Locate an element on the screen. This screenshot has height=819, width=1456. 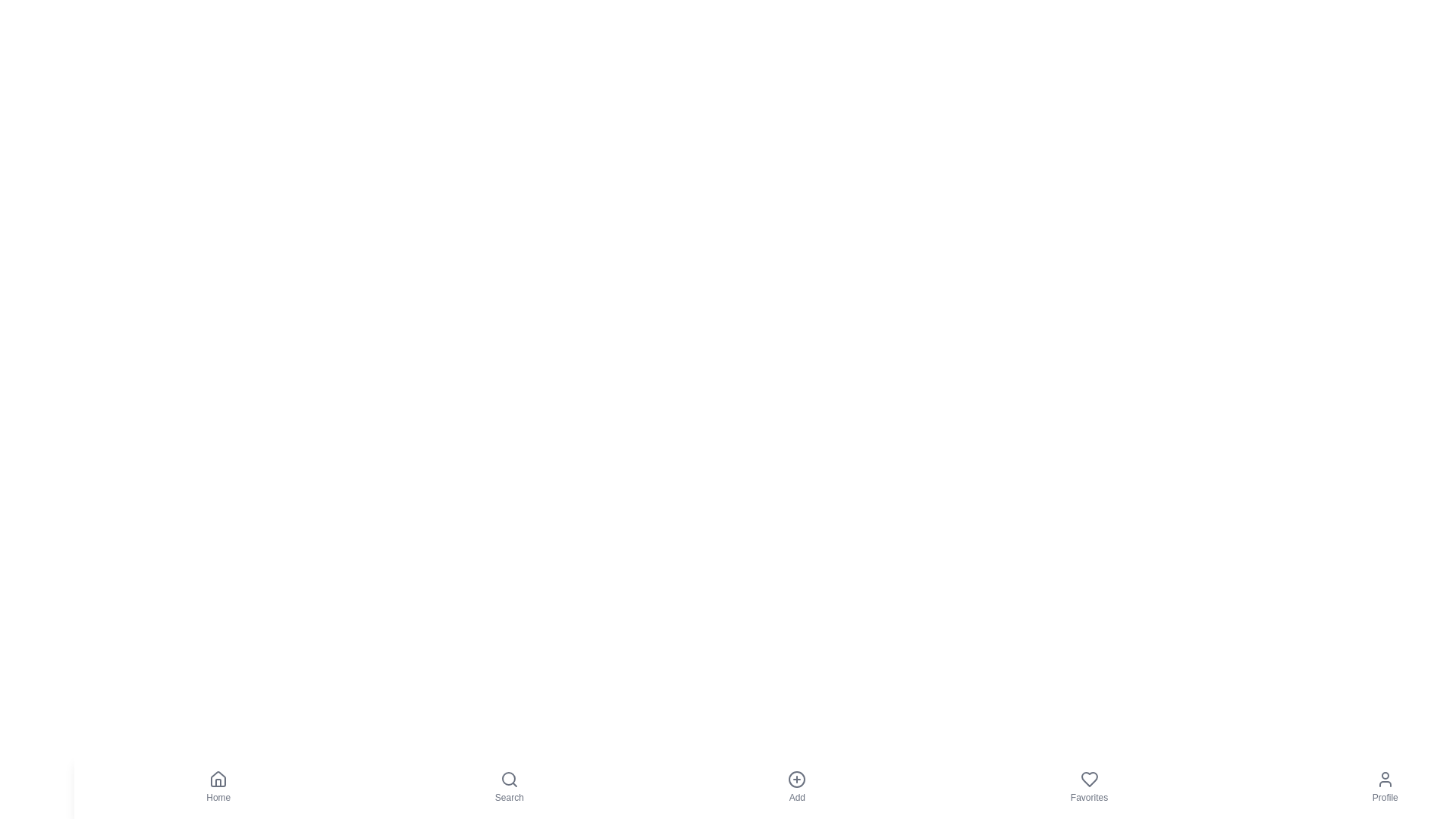
the heart-shaped icon located in the 'Favorites' section of the bottom navigation bar, positioned above the 'Favorites' text label is located at coordinates (1088, 780).